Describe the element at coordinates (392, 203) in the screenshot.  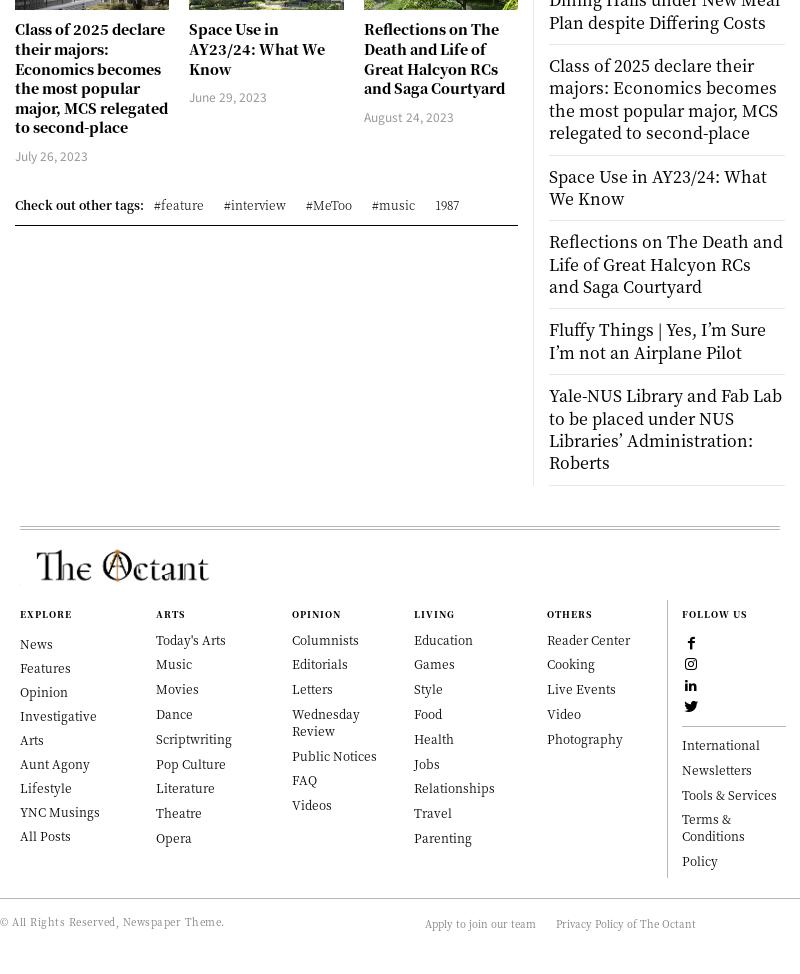
I see `'#music'` at that location.